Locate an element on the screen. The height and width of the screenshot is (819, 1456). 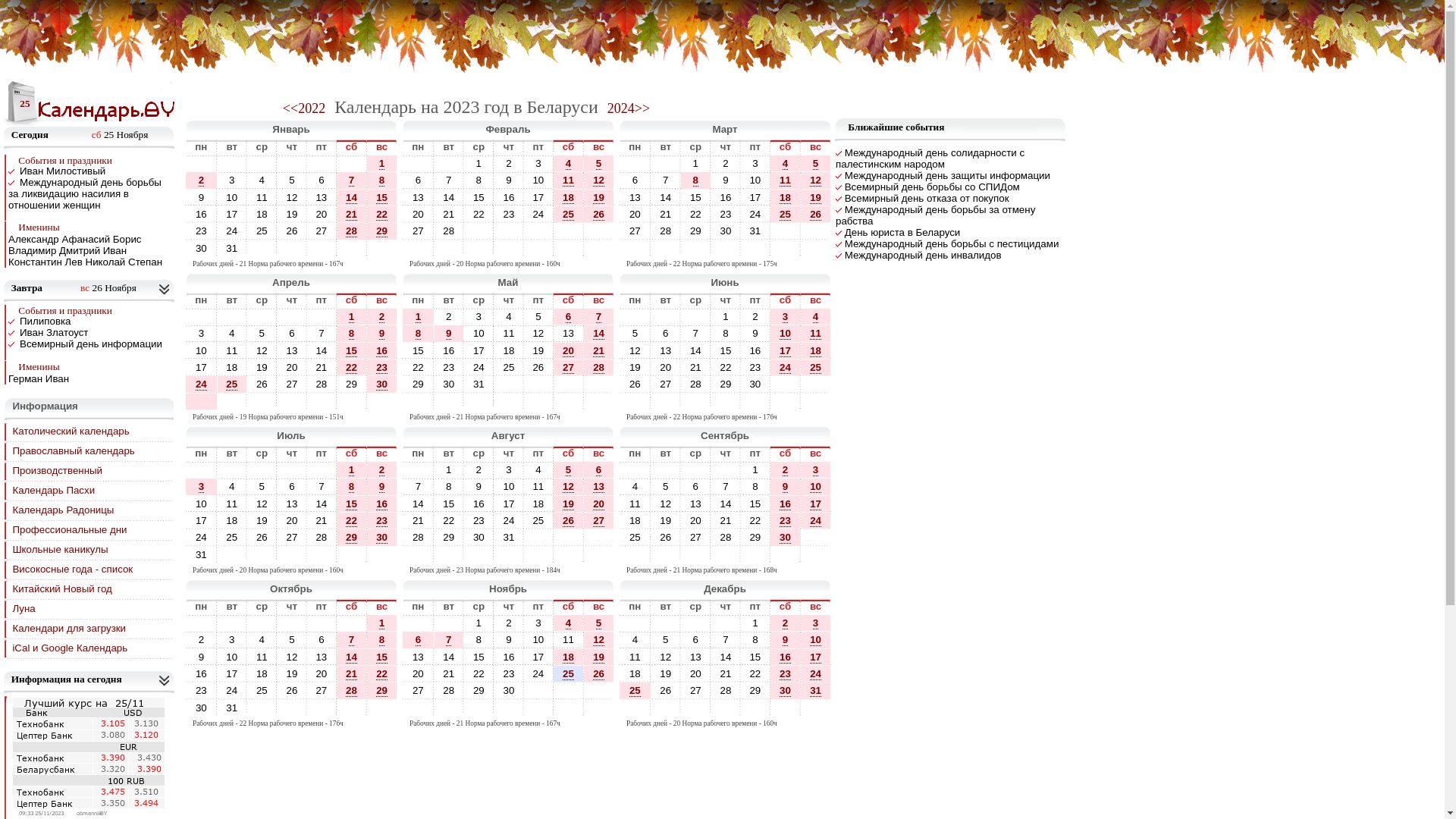
'25' is located at coordinates (567, 214).